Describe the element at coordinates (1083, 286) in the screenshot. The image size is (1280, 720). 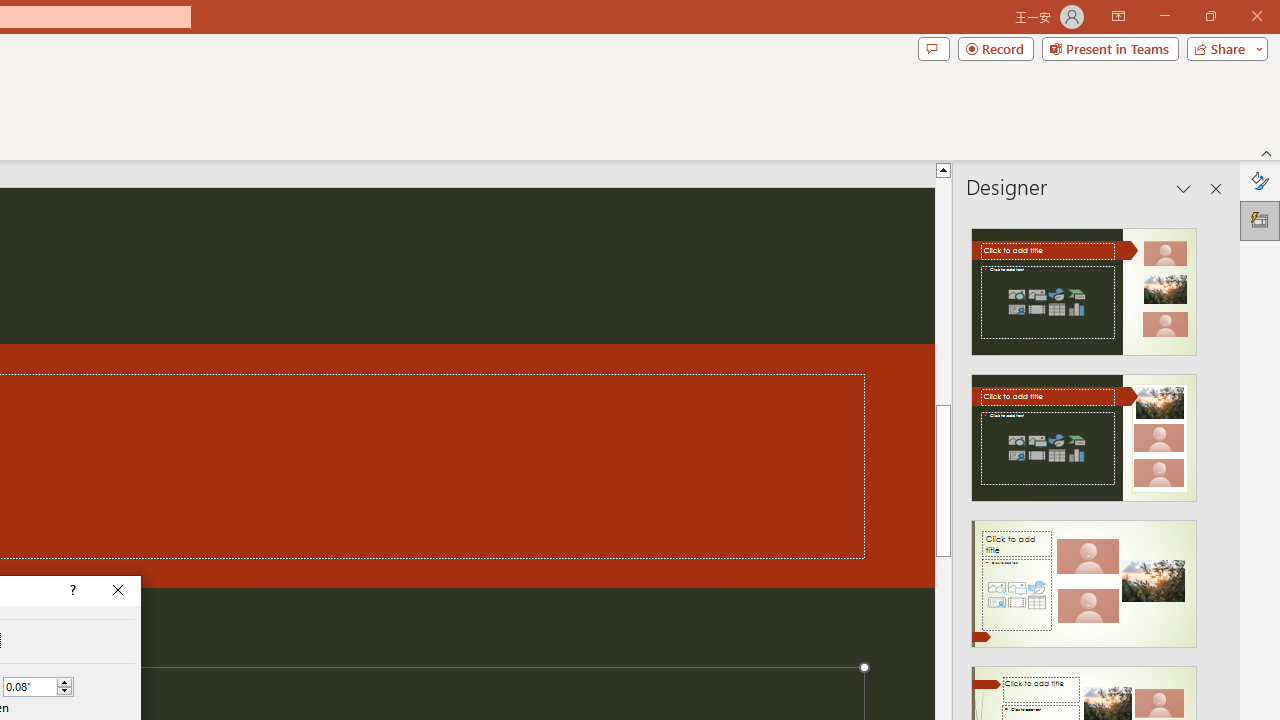
I see `'Recommended Design: Design Idea'` at that location.